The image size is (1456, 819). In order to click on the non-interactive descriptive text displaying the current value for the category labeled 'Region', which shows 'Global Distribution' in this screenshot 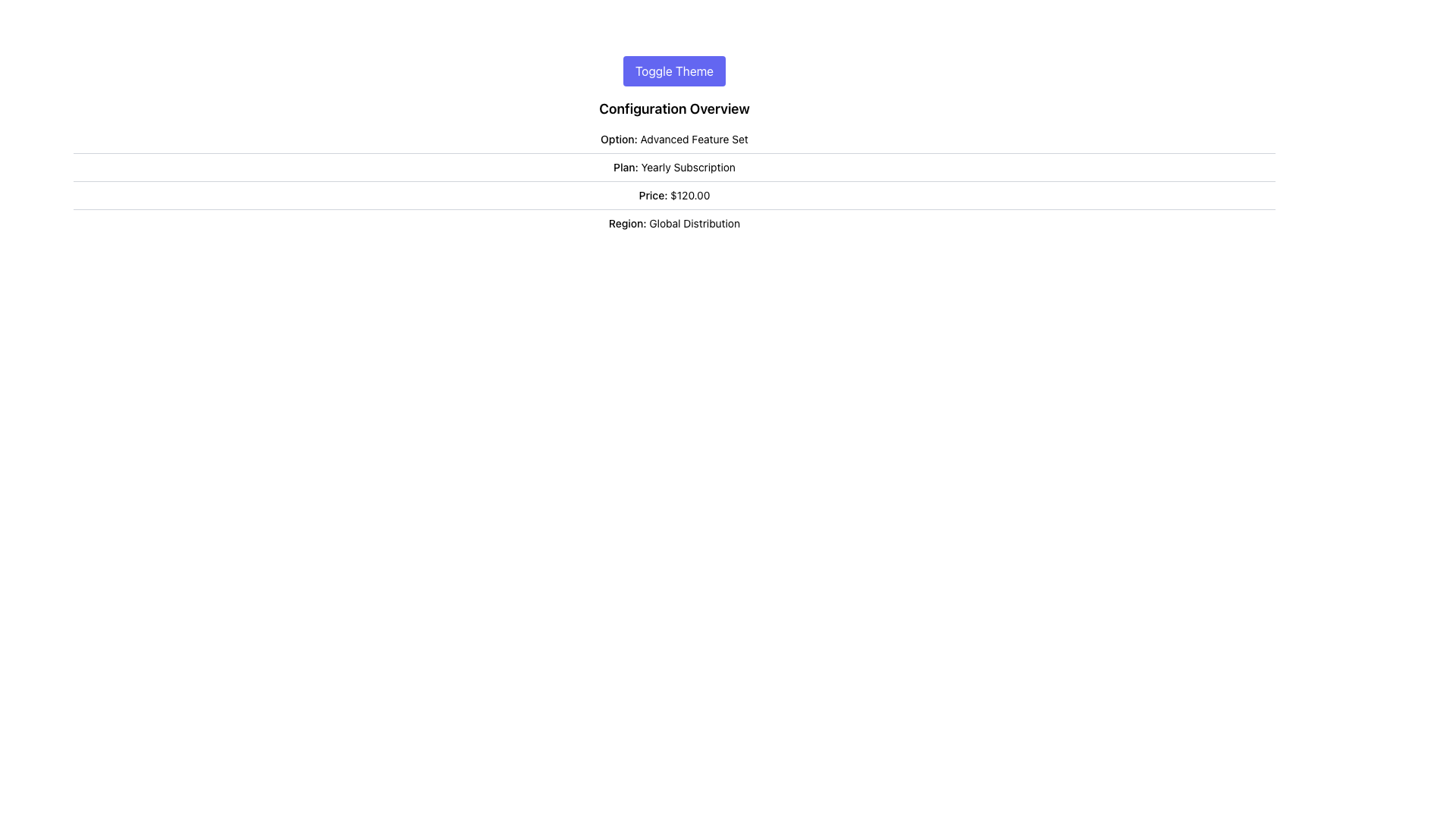, I will do `click(694, 223)`.